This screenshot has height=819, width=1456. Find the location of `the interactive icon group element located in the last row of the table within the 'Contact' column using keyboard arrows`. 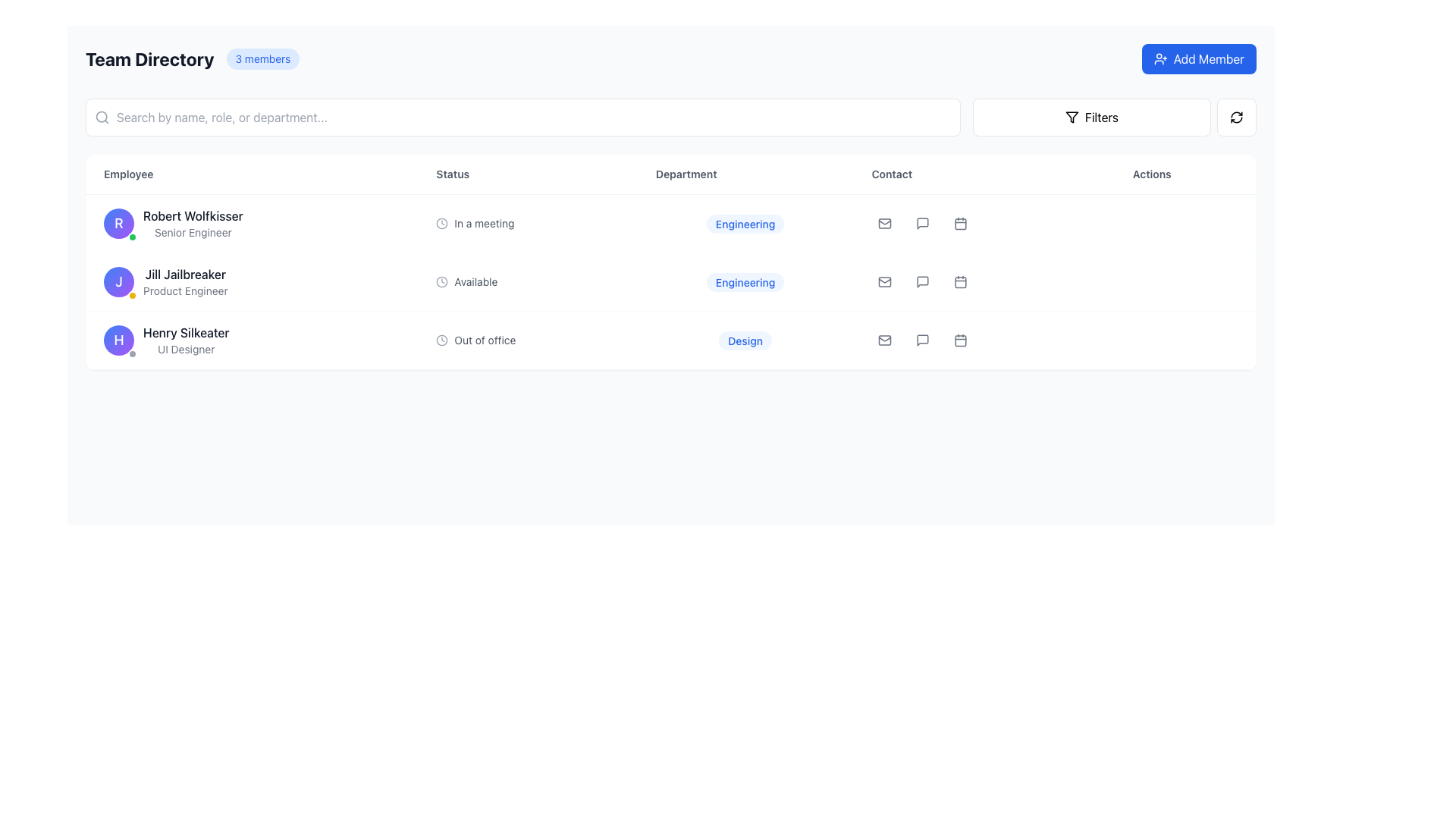

the interactive icon group element located in the last row of the table within the 'Contact' column using keyboard arrows is located at coordinates (984, 339).